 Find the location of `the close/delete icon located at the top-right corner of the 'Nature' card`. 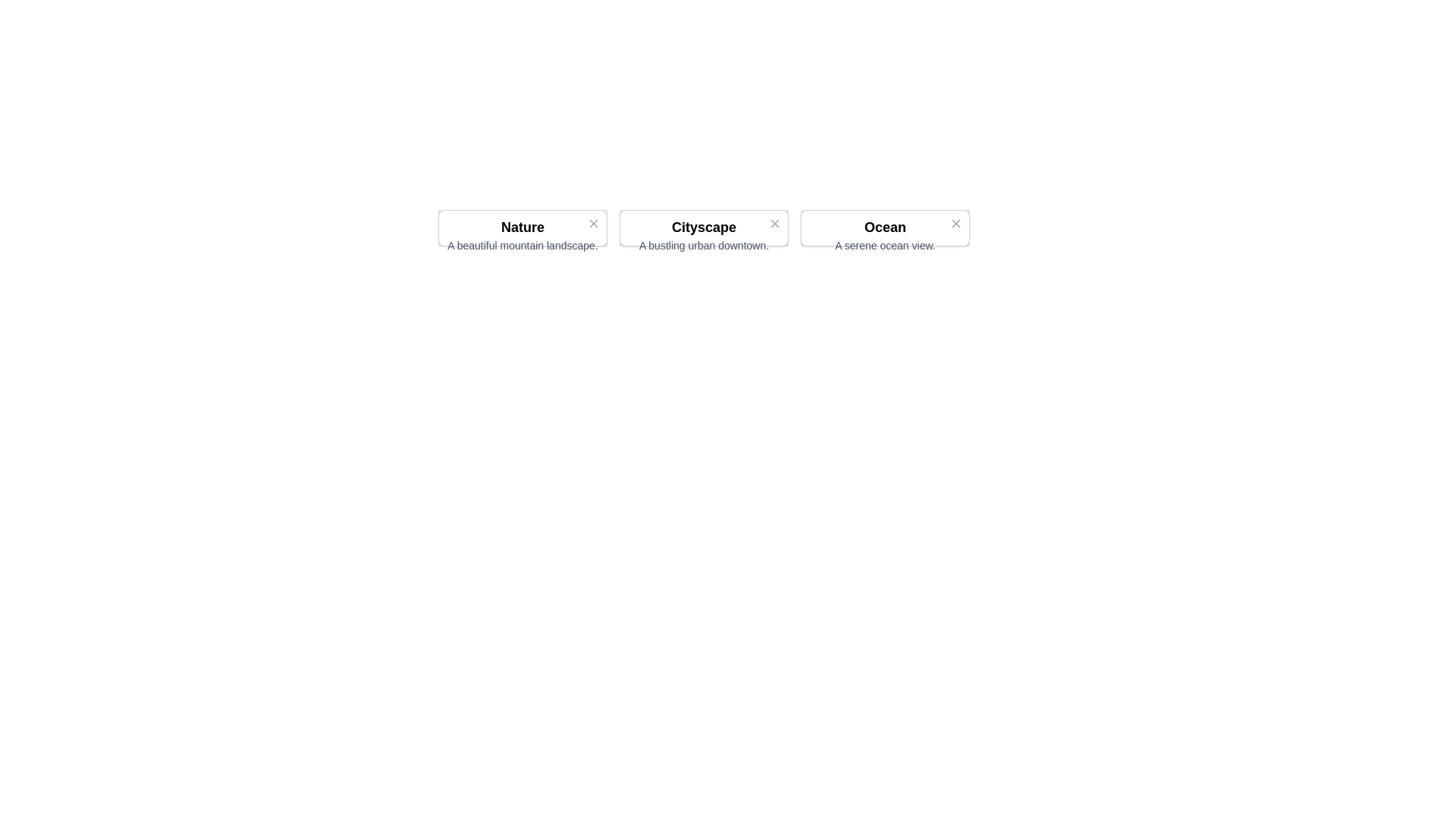

the close/delete icon located at the top-right corner of the 'Nature' card is located at coordinates (592, 226).